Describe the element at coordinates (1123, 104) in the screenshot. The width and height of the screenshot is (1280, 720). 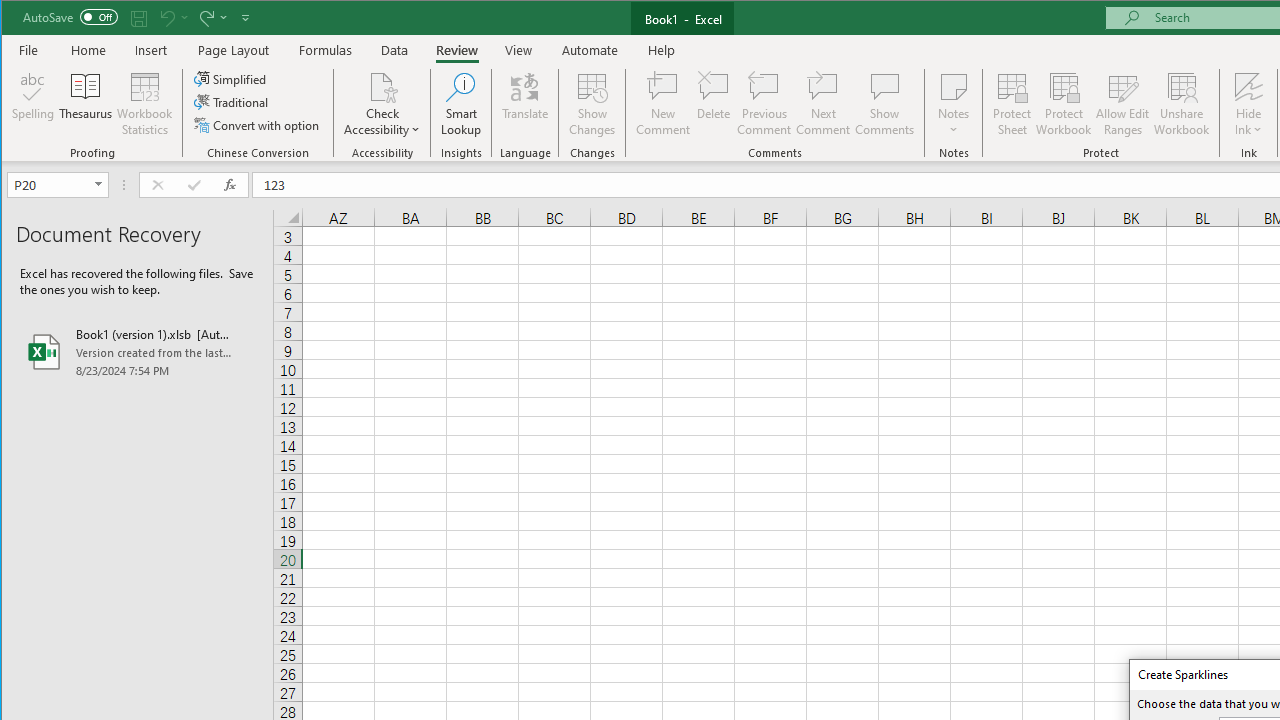
I see `'Allow Edit Ranges'` at that location.